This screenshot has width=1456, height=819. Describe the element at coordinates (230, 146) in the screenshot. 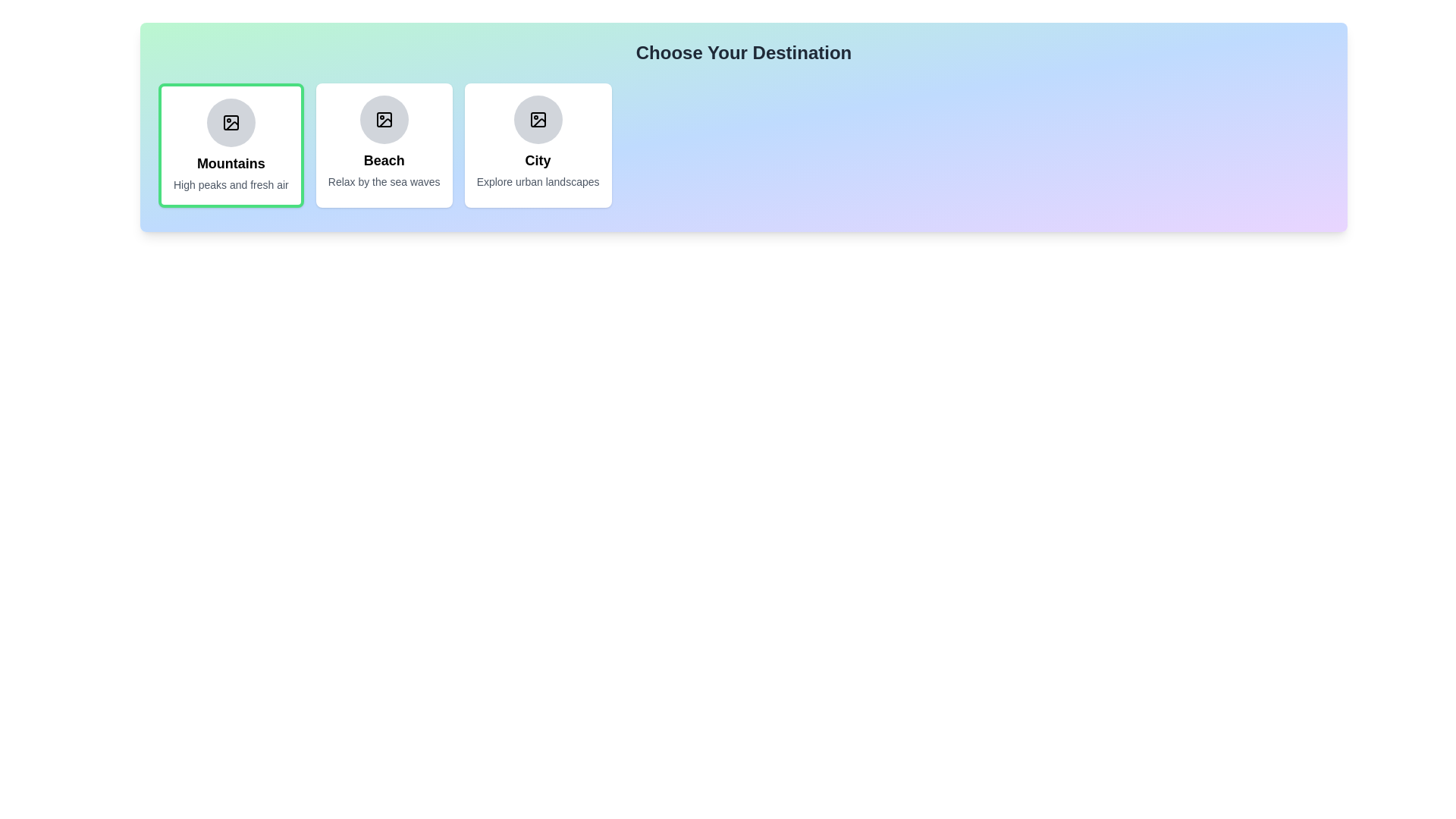

I see `the destination chip labeled 'Mountains'` at that location.